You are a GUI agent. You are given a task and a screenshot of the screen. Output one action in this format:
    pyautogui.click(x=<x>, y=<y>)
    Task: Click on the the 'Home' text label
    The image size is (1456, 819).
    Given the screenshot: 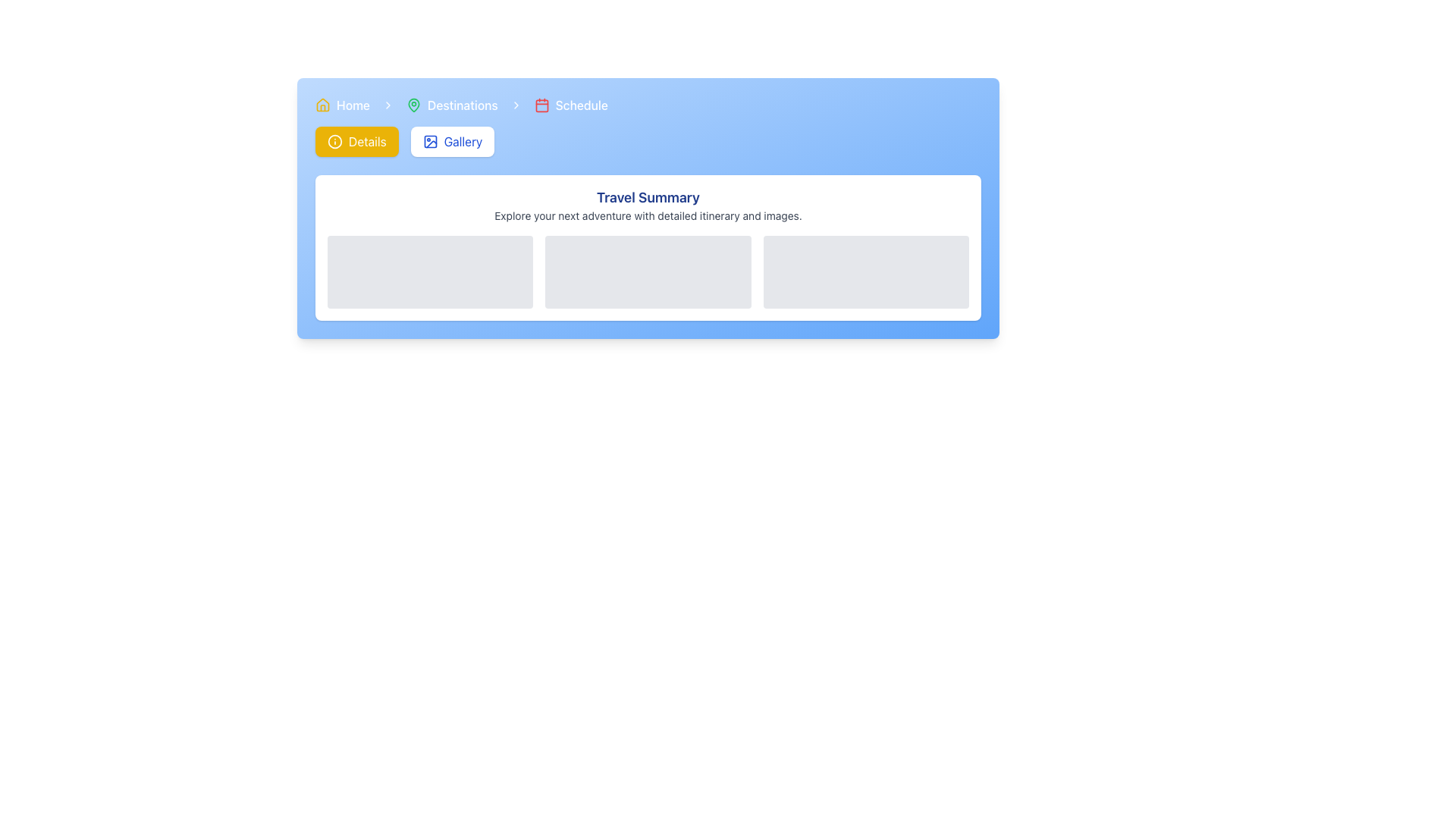 What is the action you would take?
    pyautogui.click(x=352, y=104)
    